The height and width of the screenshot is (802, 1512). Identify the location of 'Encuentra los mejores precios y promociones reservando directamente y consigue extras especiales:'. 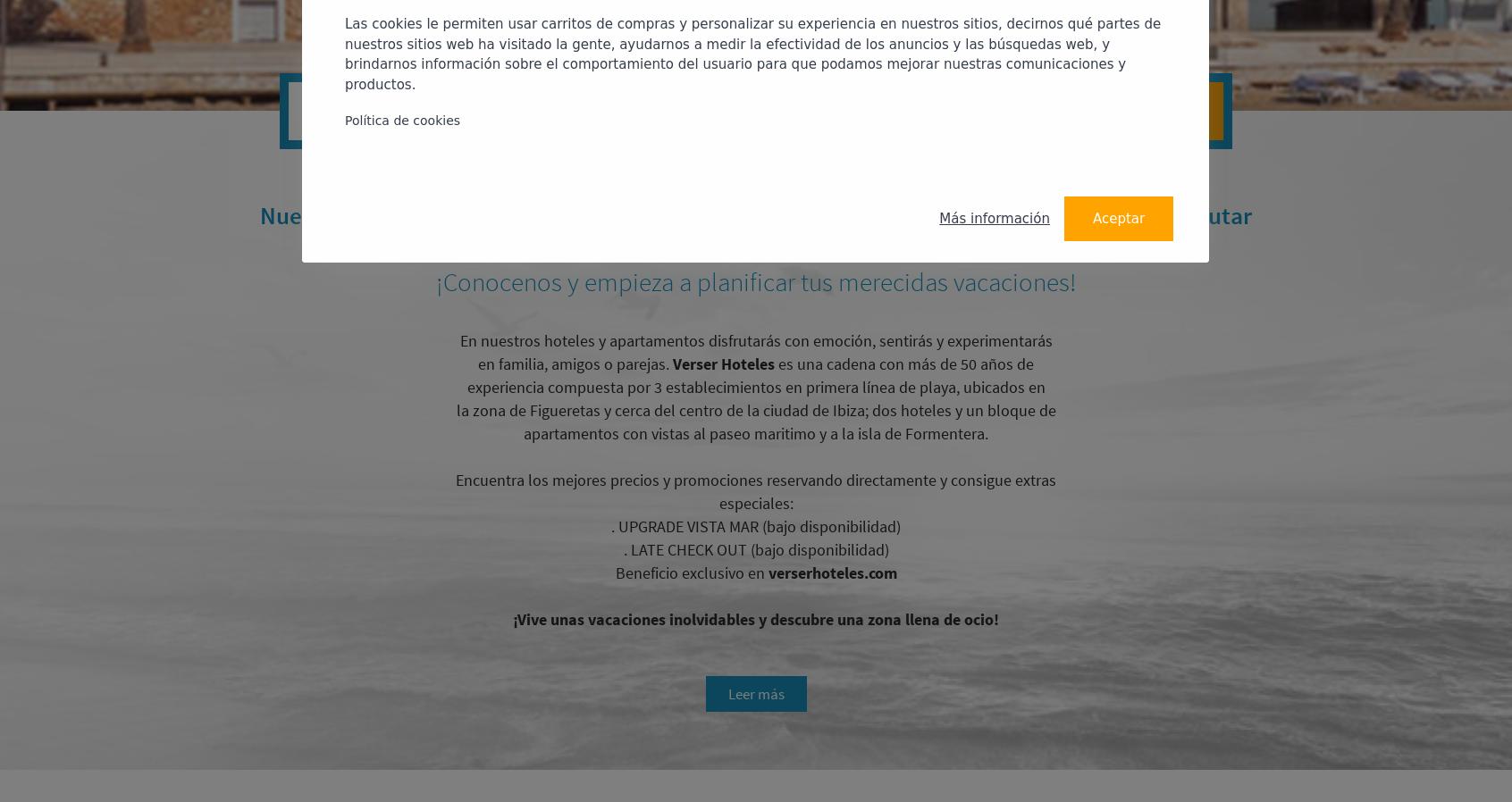
(756, 490).